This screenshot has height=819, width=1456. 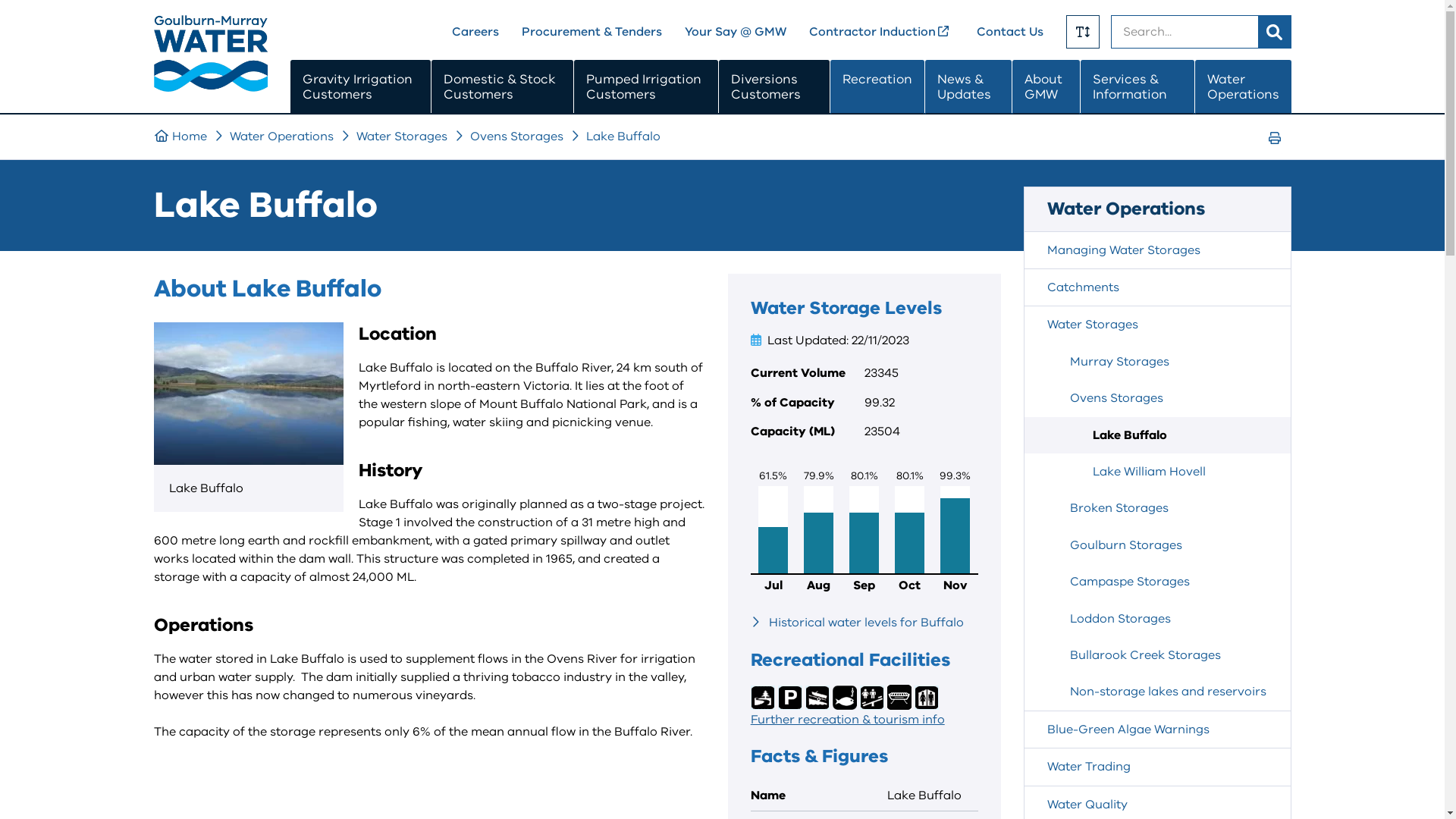 What do you see at coordinates (1274, 137) in the screenshot?
I see `'Print Page'` at bounding box center [1274, 137].